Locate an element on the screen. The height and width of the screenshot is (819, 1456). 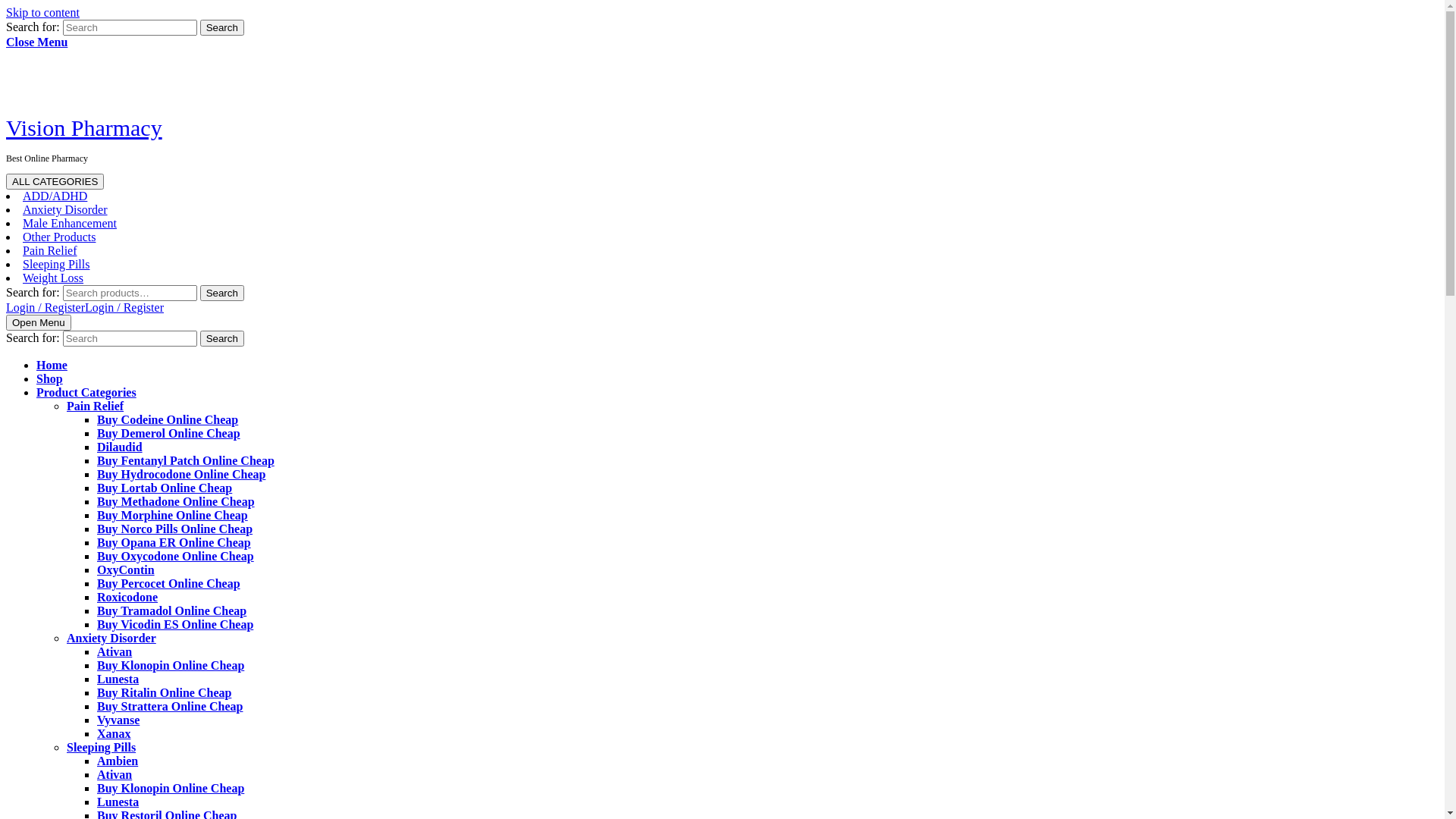
'ADD/ADHD' is located at coordinates (55, 195).